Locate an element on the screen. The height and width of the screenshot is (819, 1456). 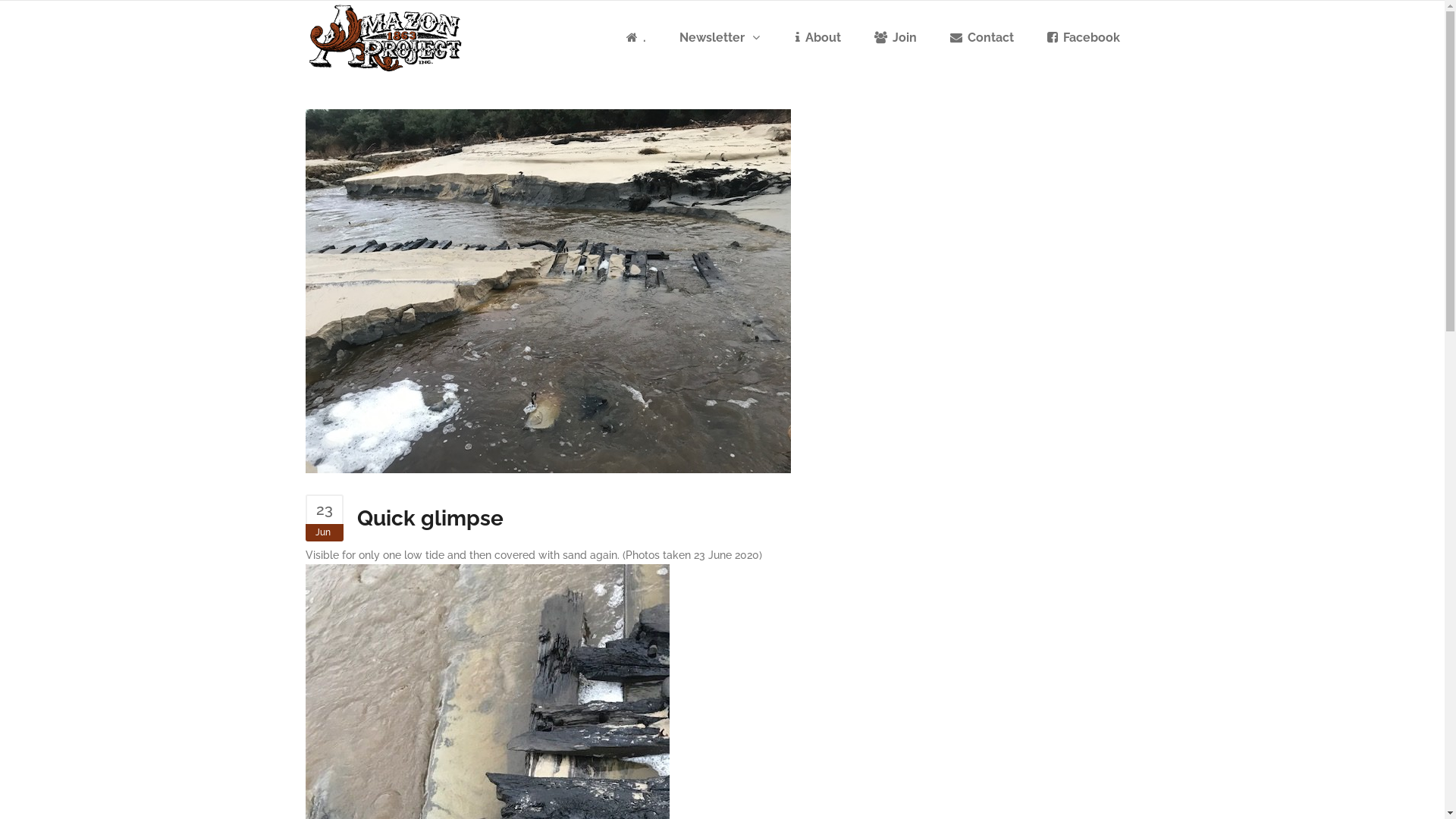
'Contact' is located at coordinates (934, 37).